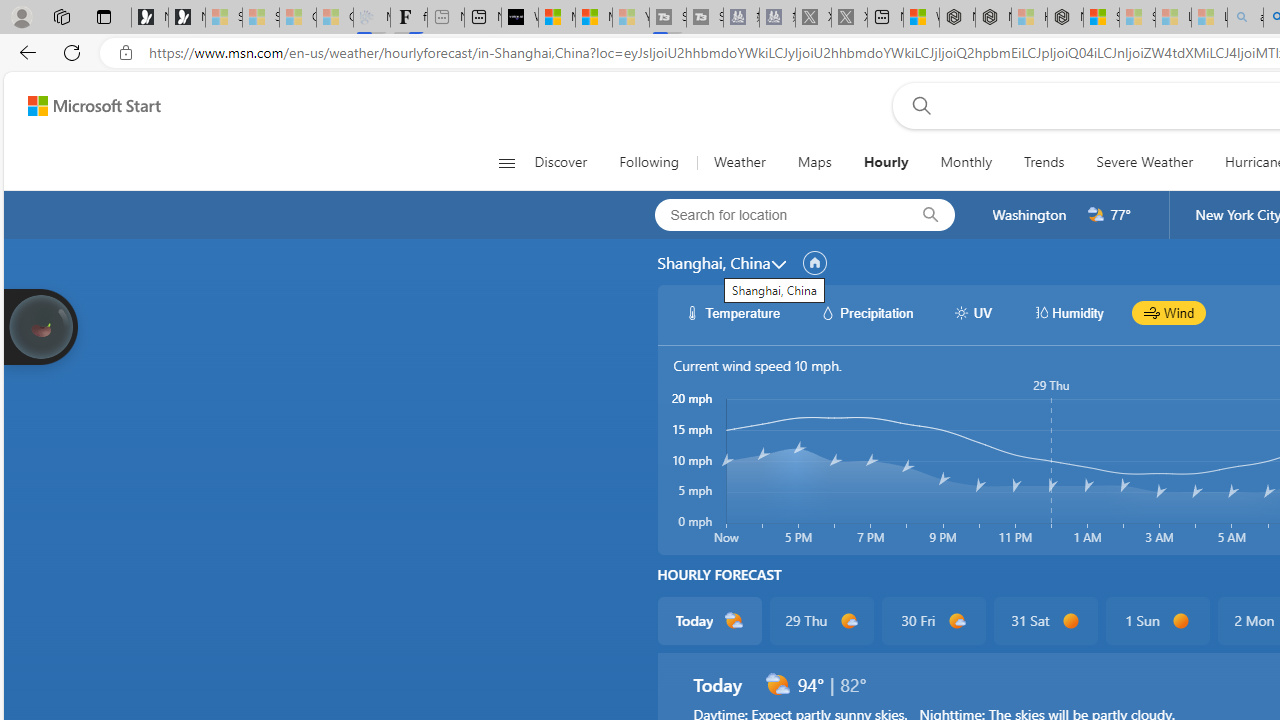  I want to click on 'hourlyChart/uvWhite UV', so click(972, 312).